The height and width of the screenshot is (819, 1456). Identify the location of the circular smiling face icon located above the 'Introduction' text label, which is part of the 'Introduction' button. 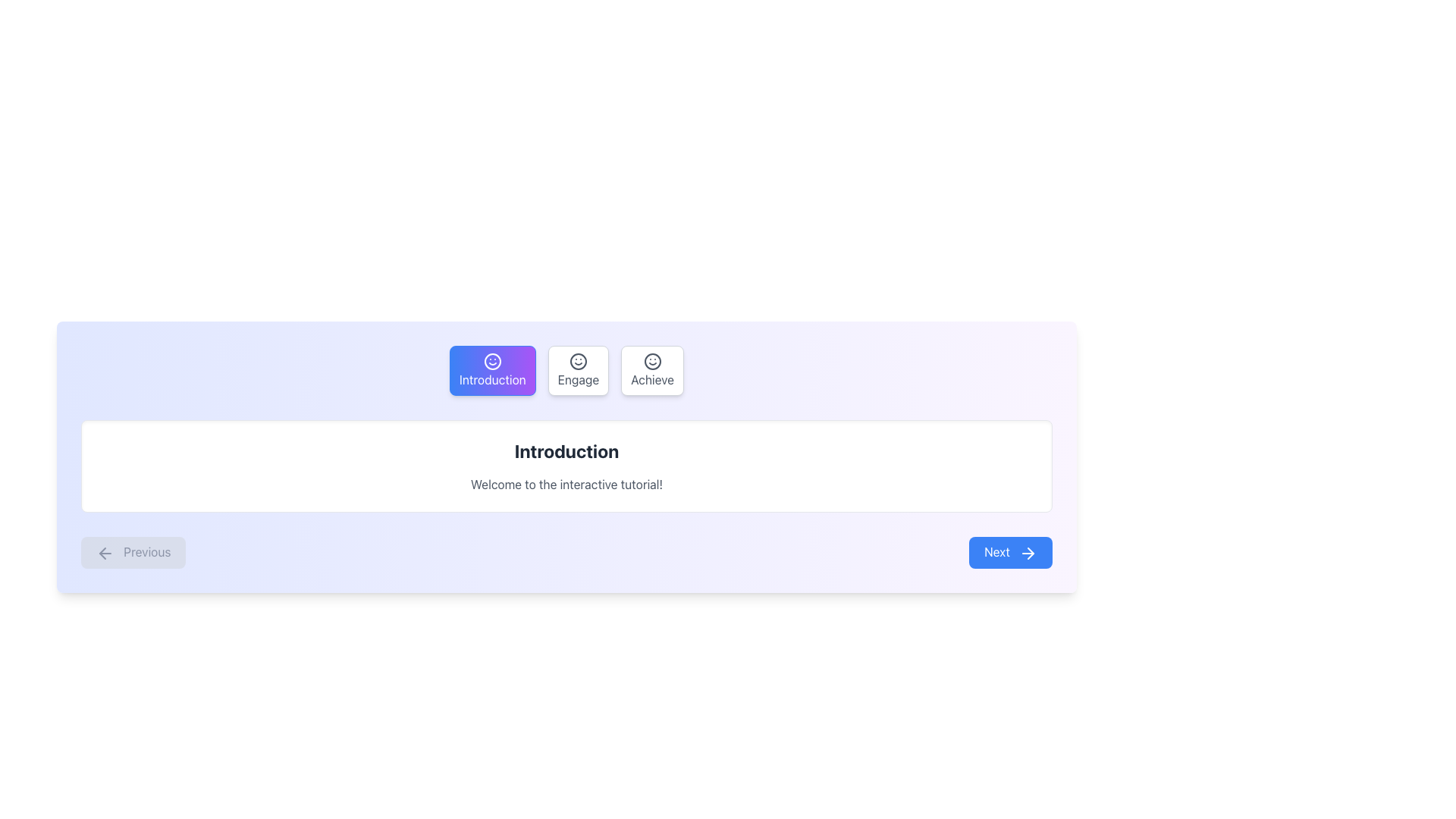
(492, 362).